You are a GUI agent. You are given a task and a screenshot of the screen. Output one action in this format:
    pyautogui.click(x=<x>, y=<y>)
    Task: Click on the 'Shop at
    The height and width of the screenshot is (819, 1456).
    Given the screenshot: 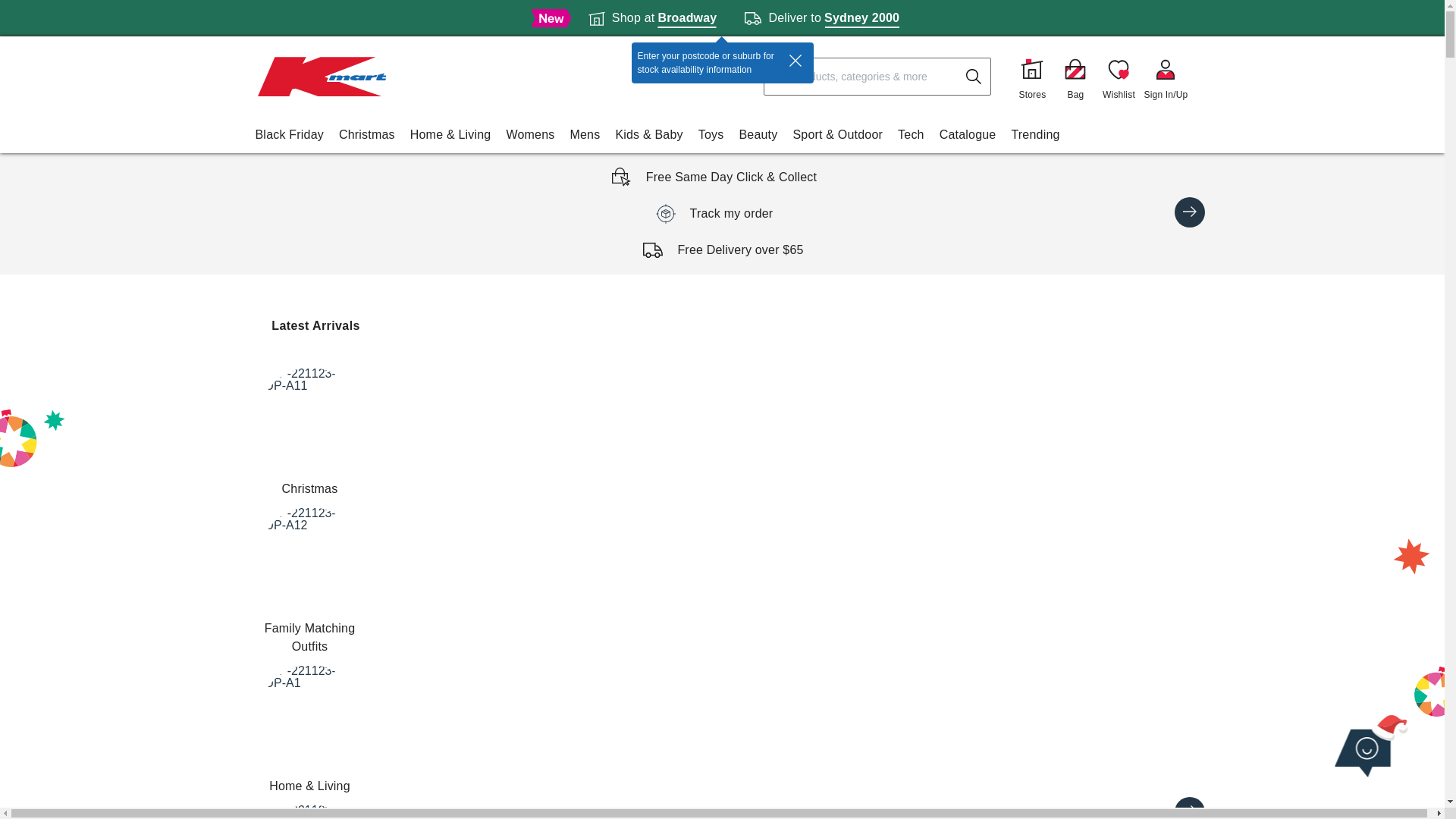 What is the action you would take?
    pyautogui.click(x=652, y=17)
    